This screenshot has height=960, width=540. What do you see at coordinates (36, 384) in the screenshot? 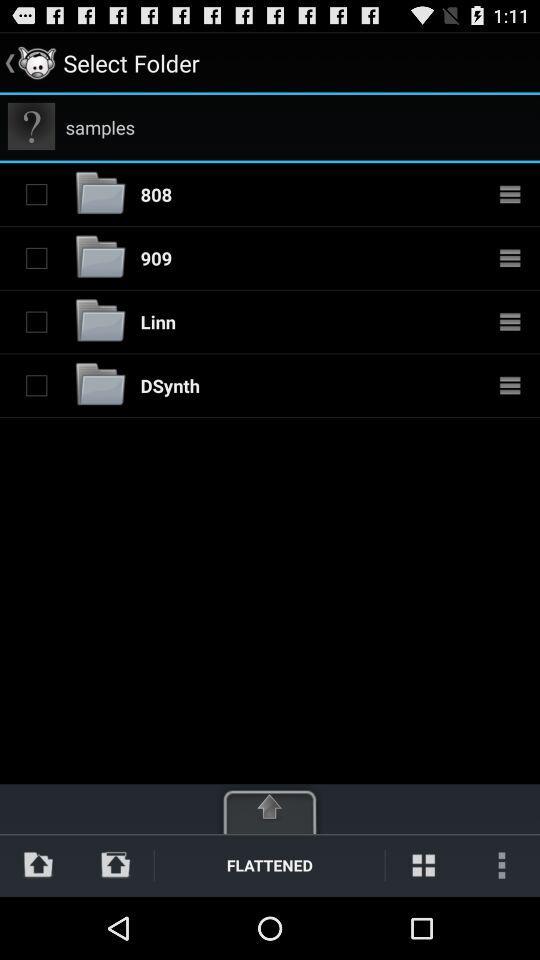
I see `folder` at bounding box center [36, 384].